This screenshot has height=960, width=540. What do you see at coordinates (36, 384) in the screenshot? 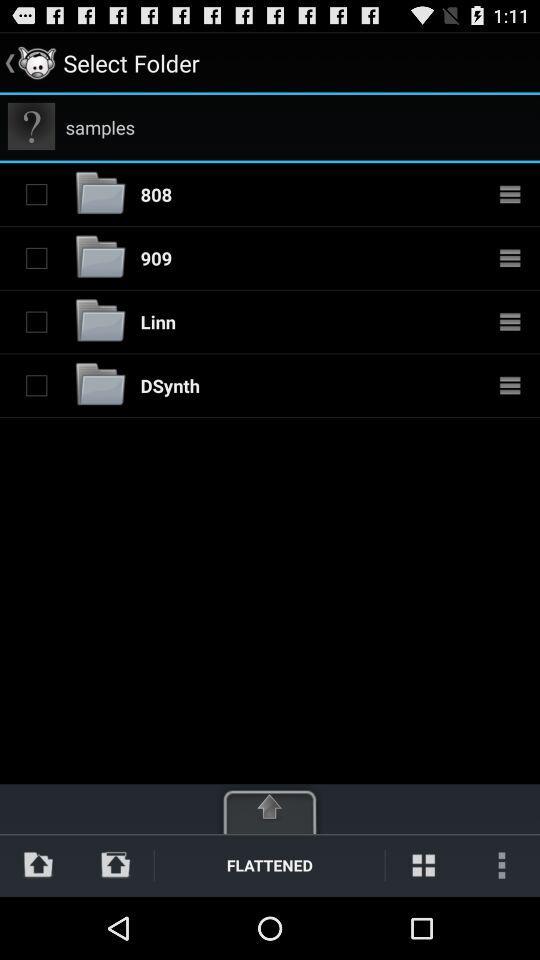
I see `folder` at bounding box center [36, 384].